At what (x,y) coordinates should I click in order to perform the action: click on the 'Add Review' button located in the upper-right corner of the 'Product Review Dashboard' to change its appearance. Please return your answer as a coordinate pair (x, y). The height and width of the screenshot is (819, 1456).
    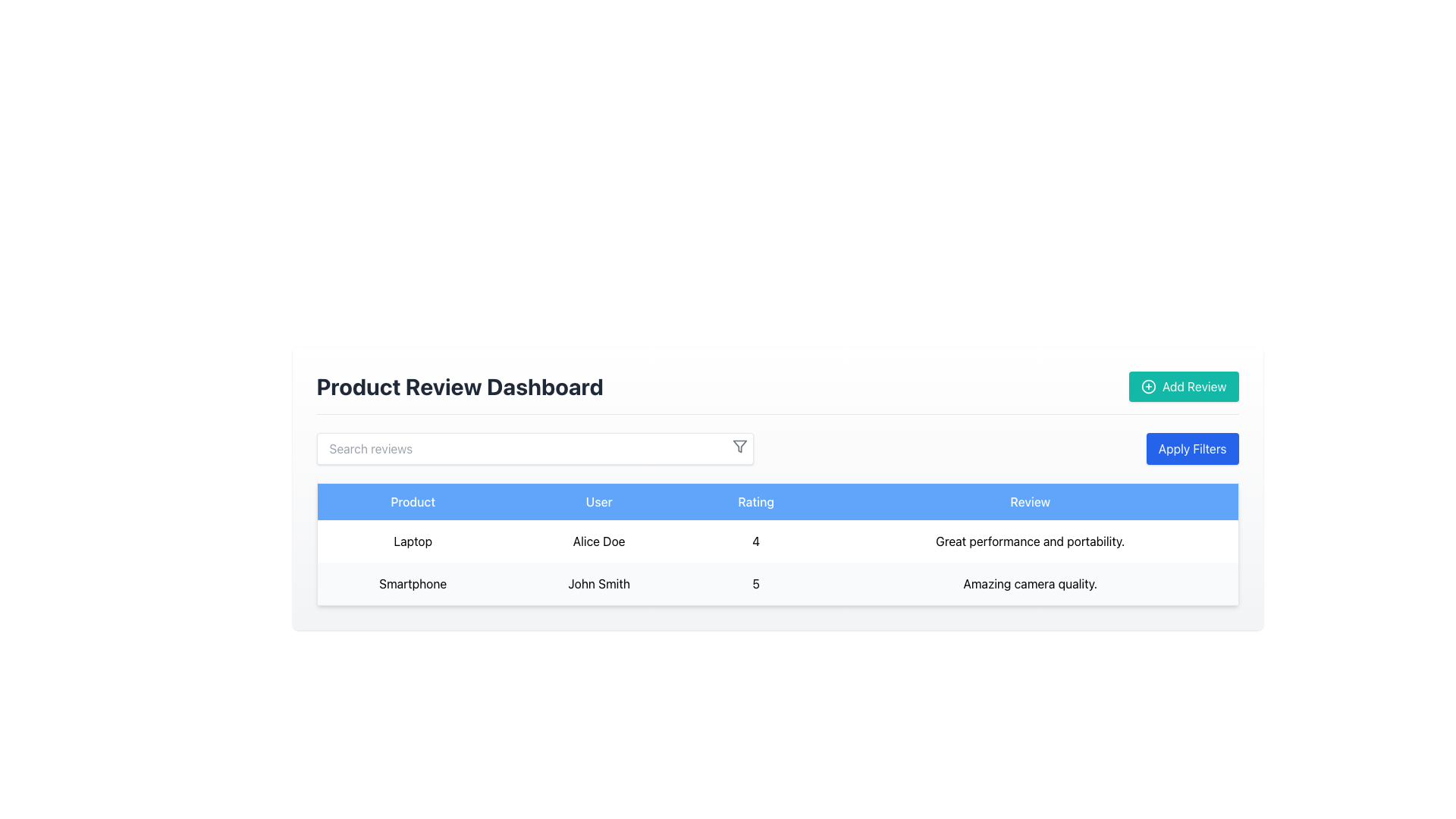
    Looking at the image, I should click on (1183, 385).